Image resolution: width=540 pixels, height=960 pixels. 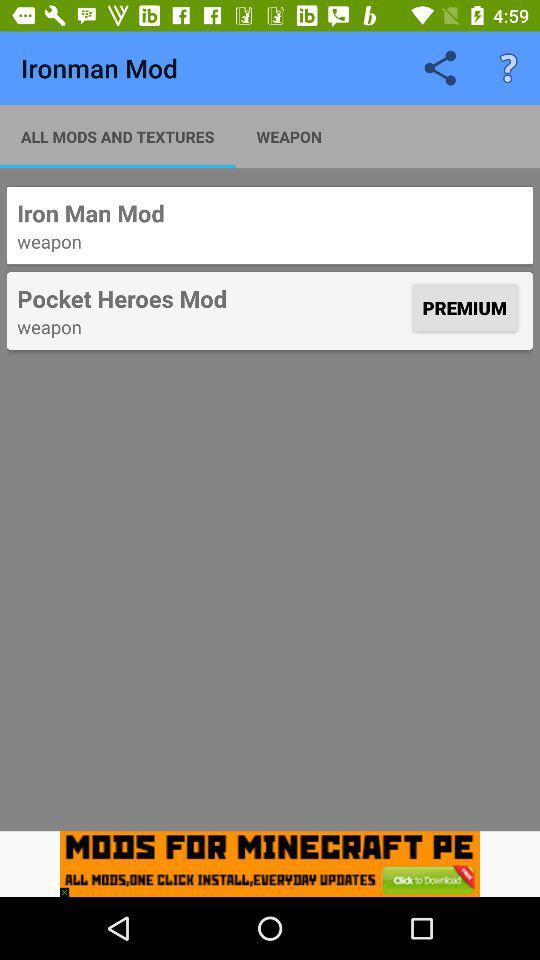 What do you see at coordinates (508, 68) in the screenshot?
I see `item above the iron man mod` at bounding box center [508, 68].